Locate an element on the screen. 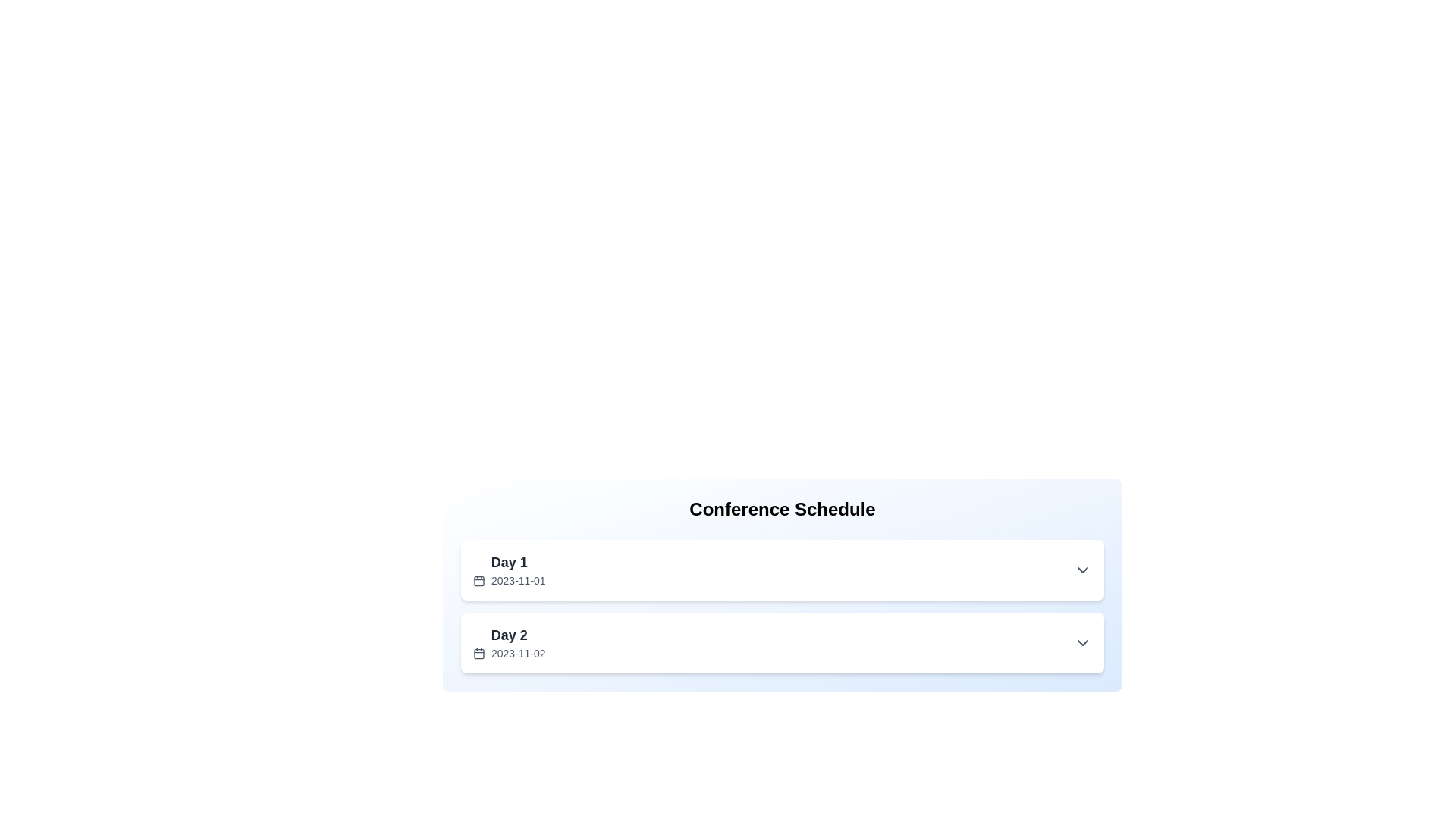  the 'Day 2' text block with associated icon is located at coordinates (509, 643).